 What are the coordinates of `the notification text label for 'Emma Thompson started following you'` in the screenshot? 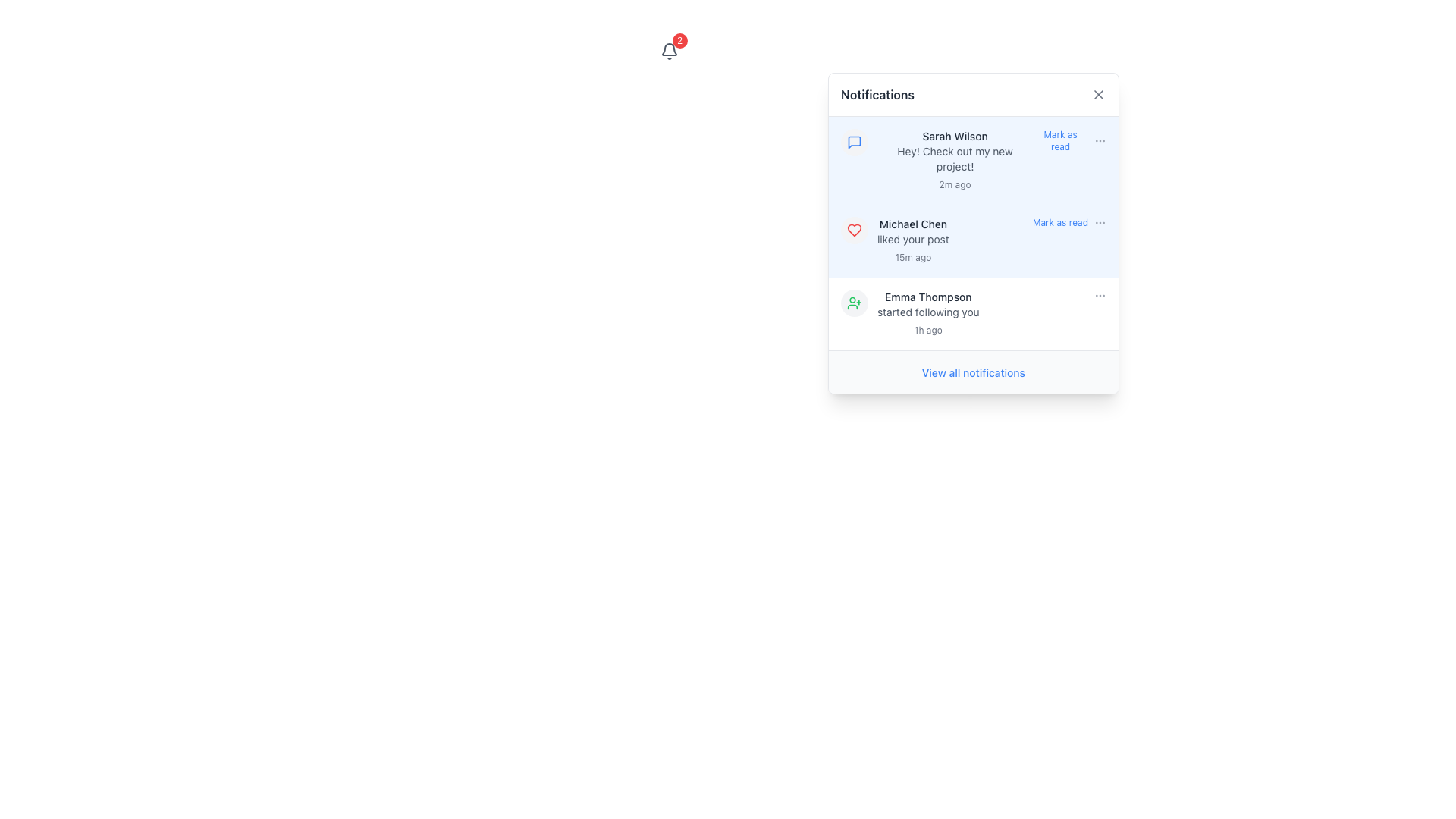 It's located at (927, 312).